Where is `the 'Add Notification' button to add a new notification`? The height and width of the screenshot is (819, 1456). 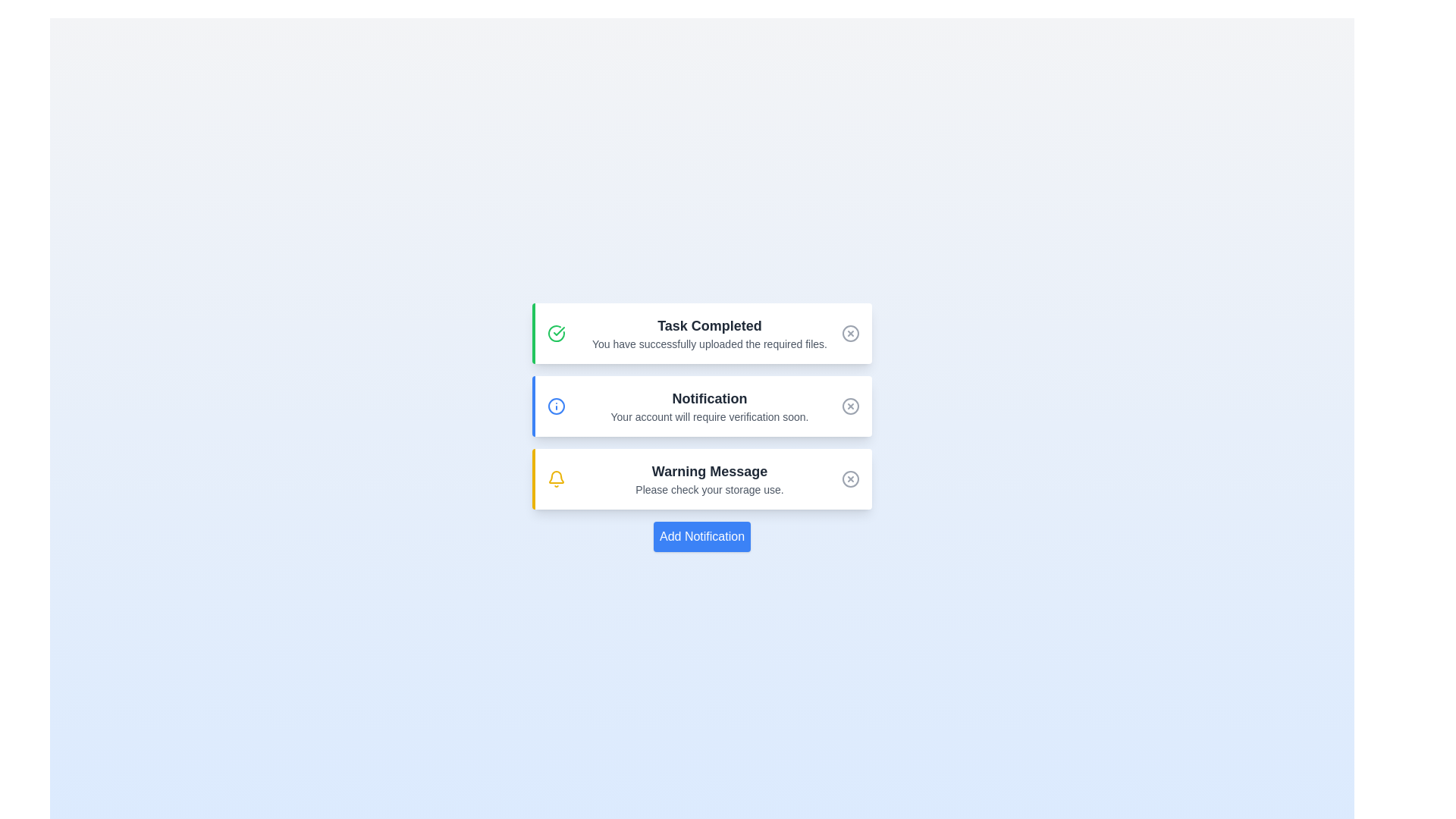 the 'Add Notification' button to add a new notification is located at coordinates (701, 536).